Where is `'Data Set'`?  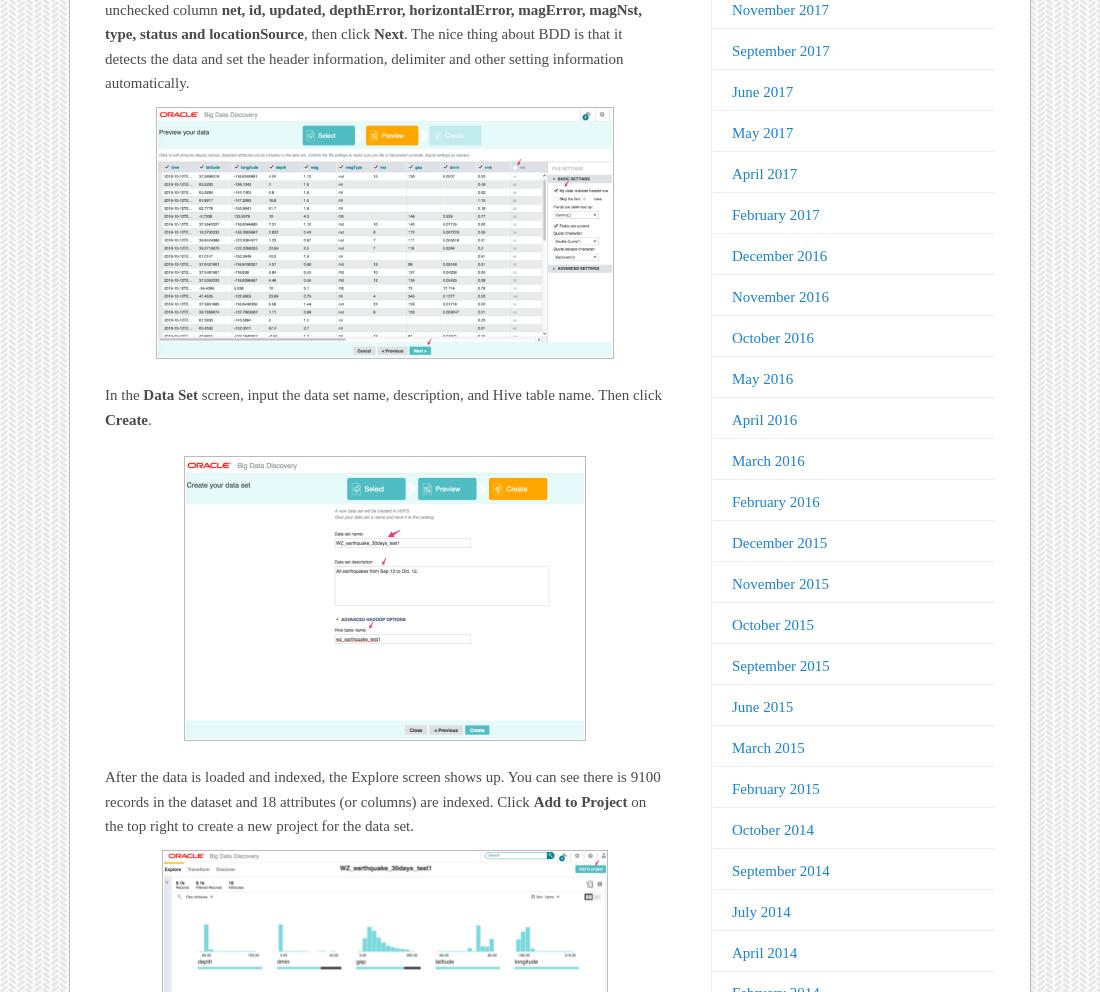 'Data Set' is located at coordinates (142, 395).